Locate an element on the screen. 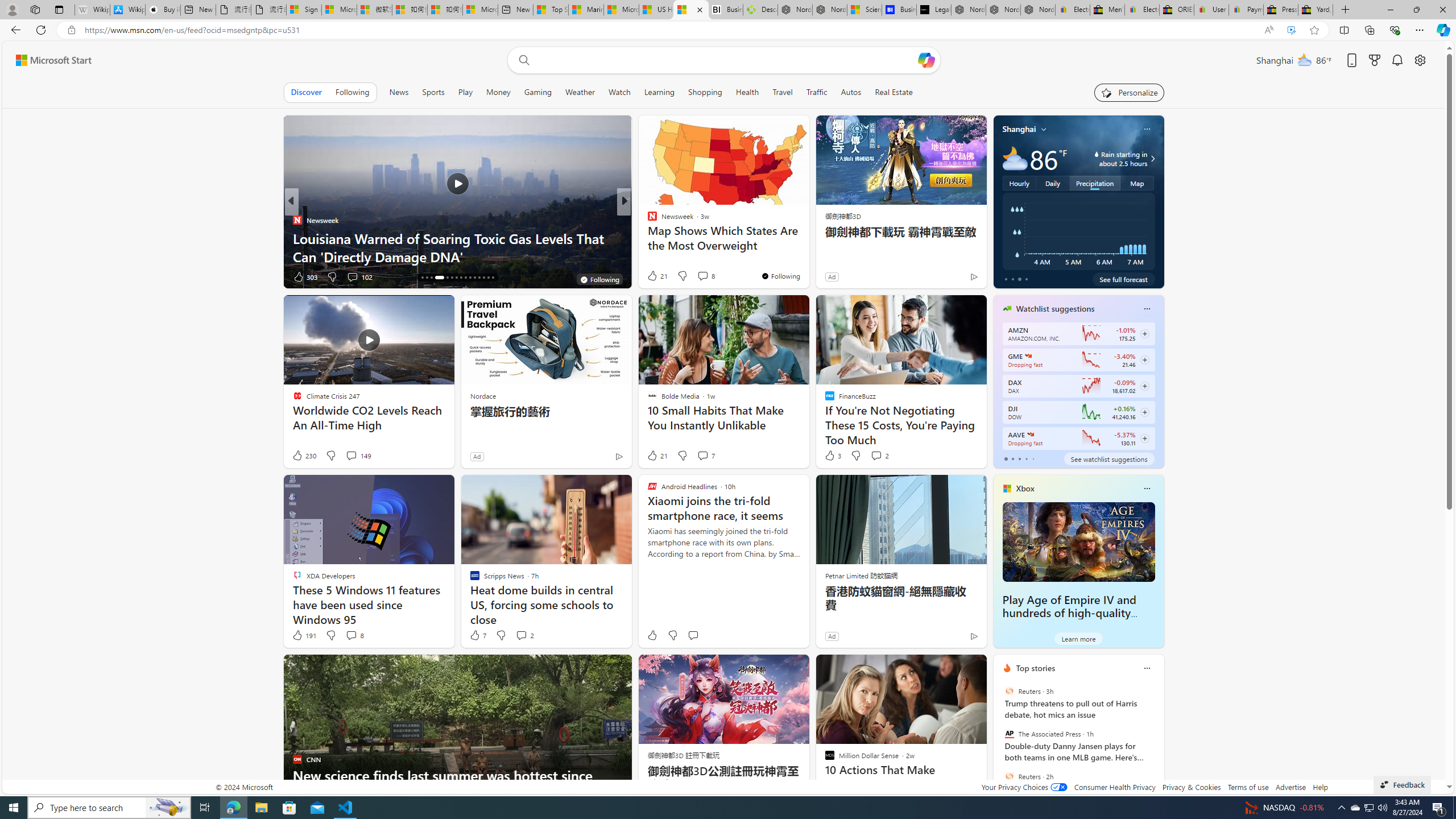 Image resolution: width=1456 pixels, height=819 pixels. 'View comments 157 Comment' is located at coordinates (702, 276).